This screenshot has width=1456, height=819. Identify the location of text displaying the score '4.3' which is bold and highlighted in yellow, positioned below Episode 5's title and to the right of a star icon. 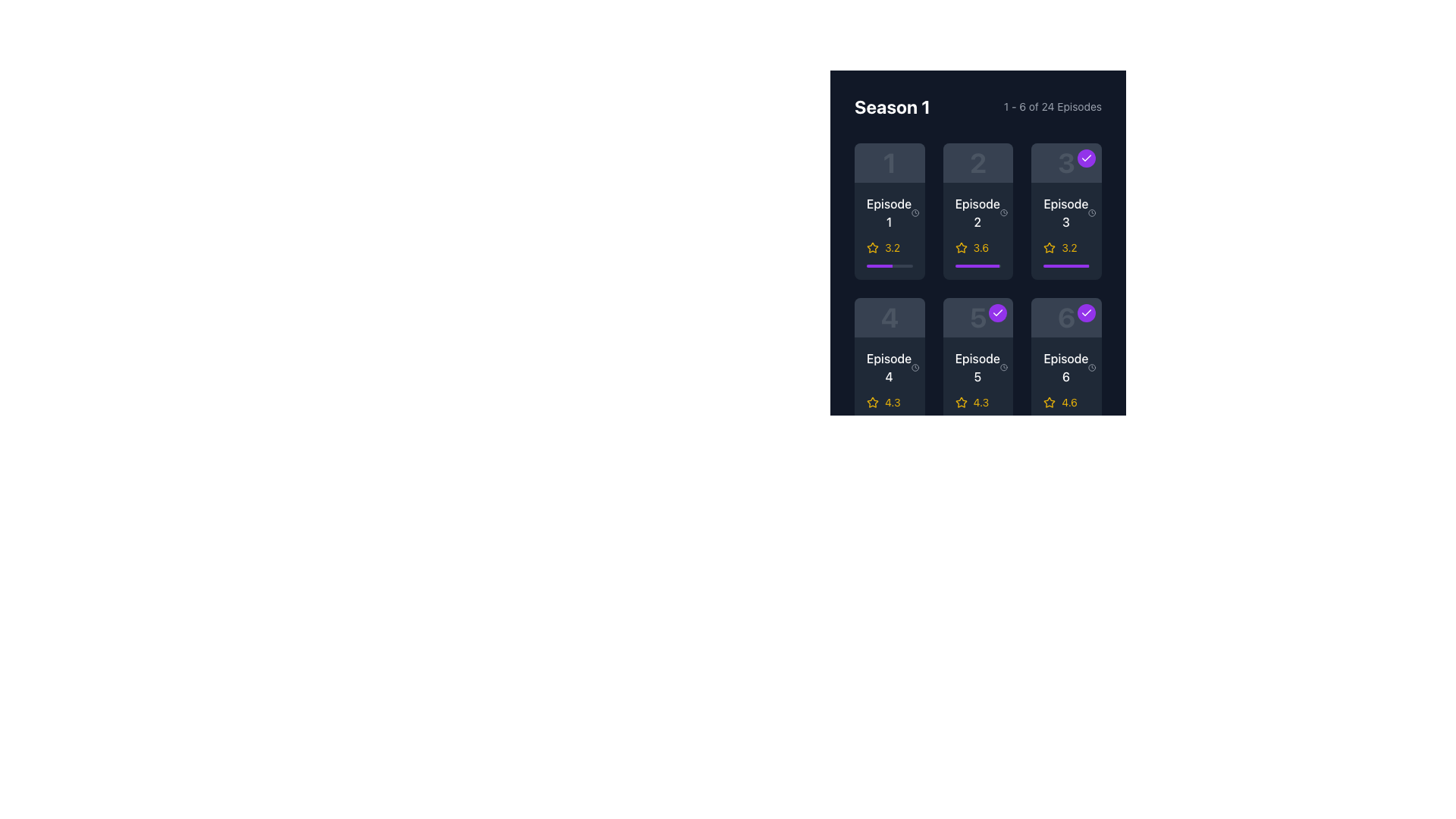
(981, 402).